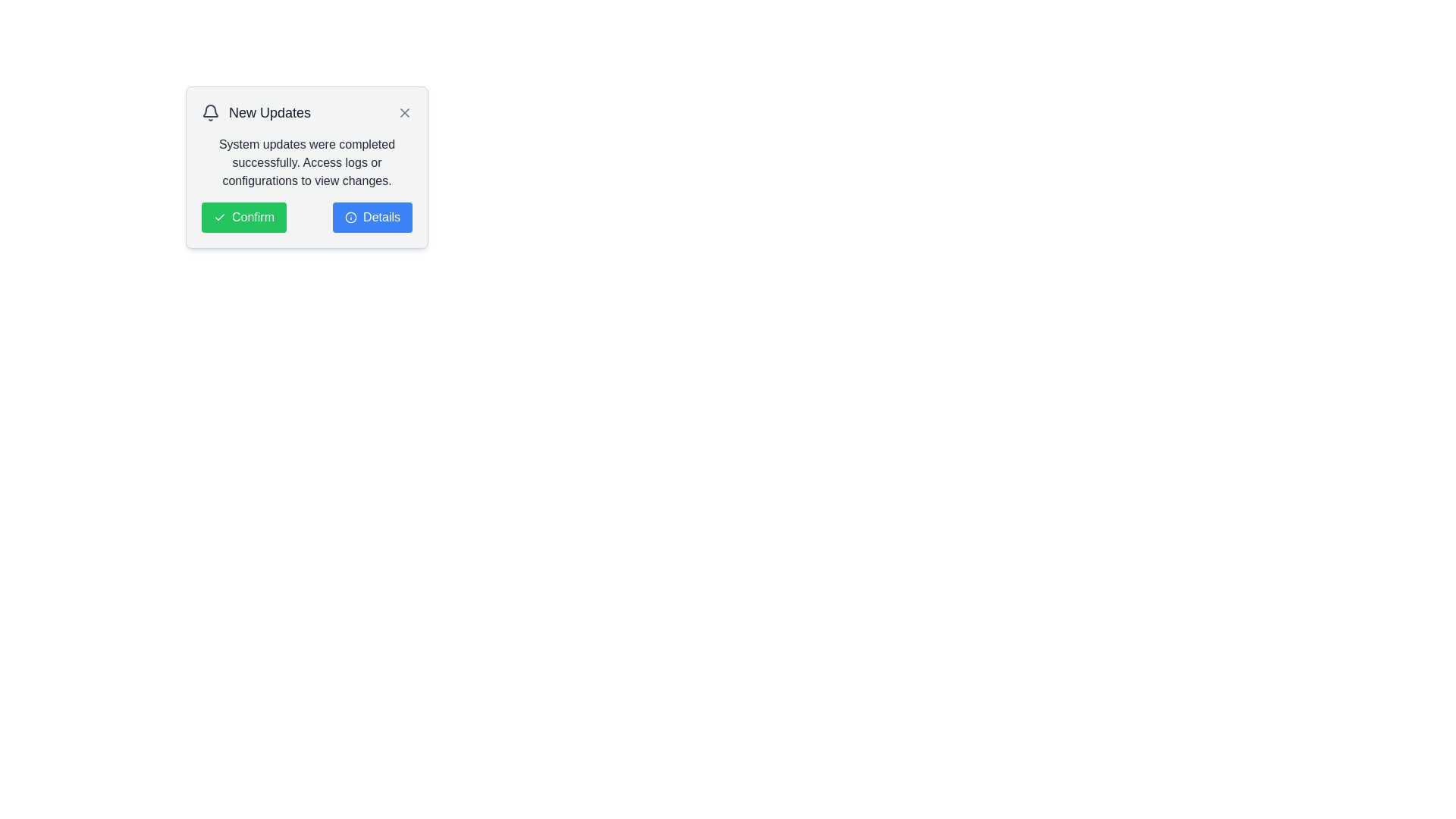 This screenshot has width=1456, height=819. Describe the element at coordinates (306, 112) in the screenshot. I see `the 'New Updates' text in the notification header` at that location.